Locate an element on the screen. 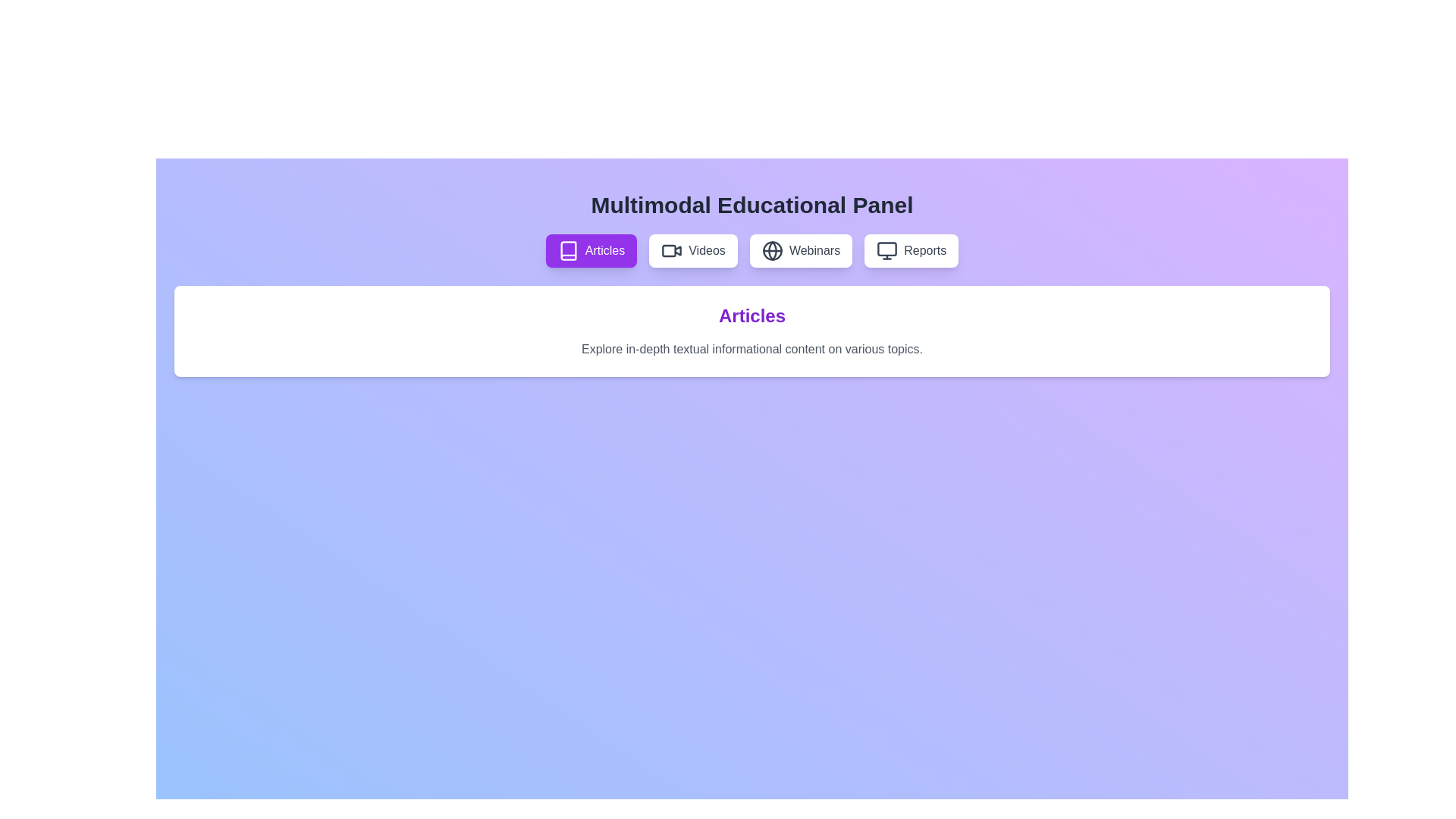 This screenshot has height=819, width=1456. the interactive button in the navigation bar located beneath the 'Multimodal Educational Panel' title is located at coordinates (752, 250).